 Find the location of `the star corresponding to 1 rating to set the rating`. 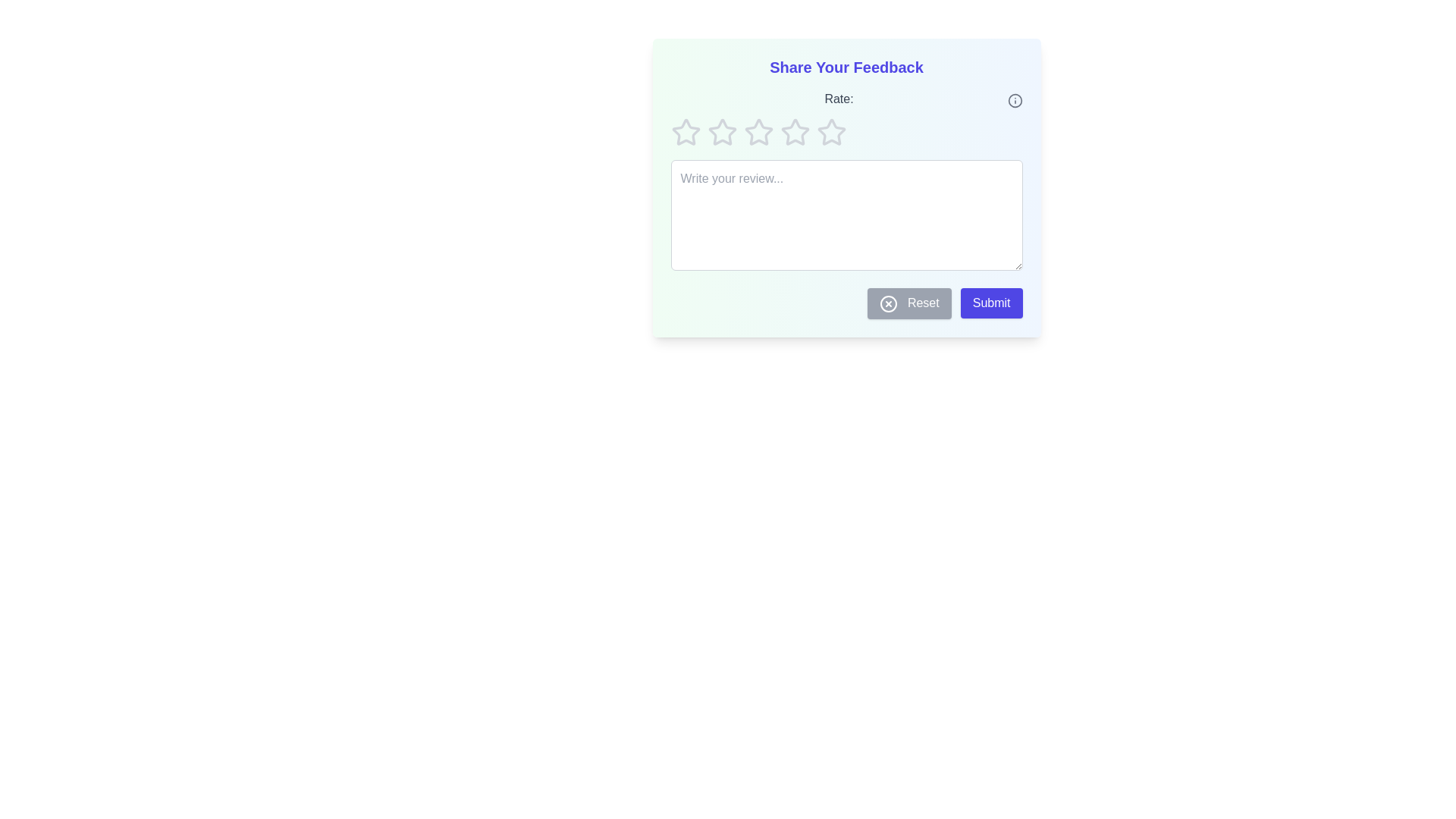

the star corresponding to 1 rating to set the rating is located at coordinates (685, 131).